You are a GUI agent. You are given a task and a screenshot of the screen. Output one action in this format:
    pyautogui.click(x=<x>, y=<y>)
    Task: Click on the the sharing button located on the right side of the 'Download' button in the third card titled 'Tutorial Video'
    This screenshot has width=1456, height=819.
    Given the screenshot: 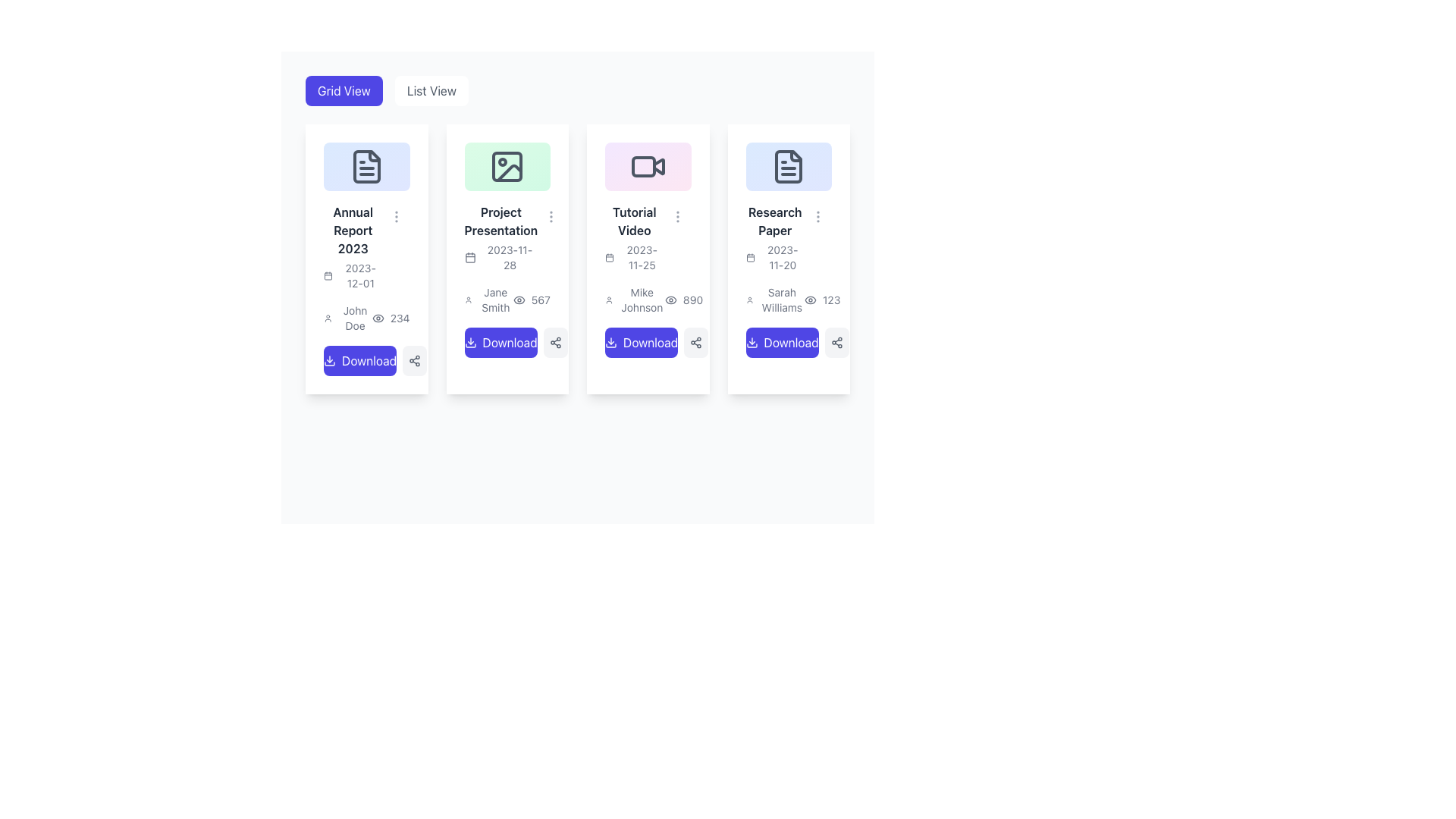 What is the action you would take?
    pyautogui.click(x=695, y=342)
    